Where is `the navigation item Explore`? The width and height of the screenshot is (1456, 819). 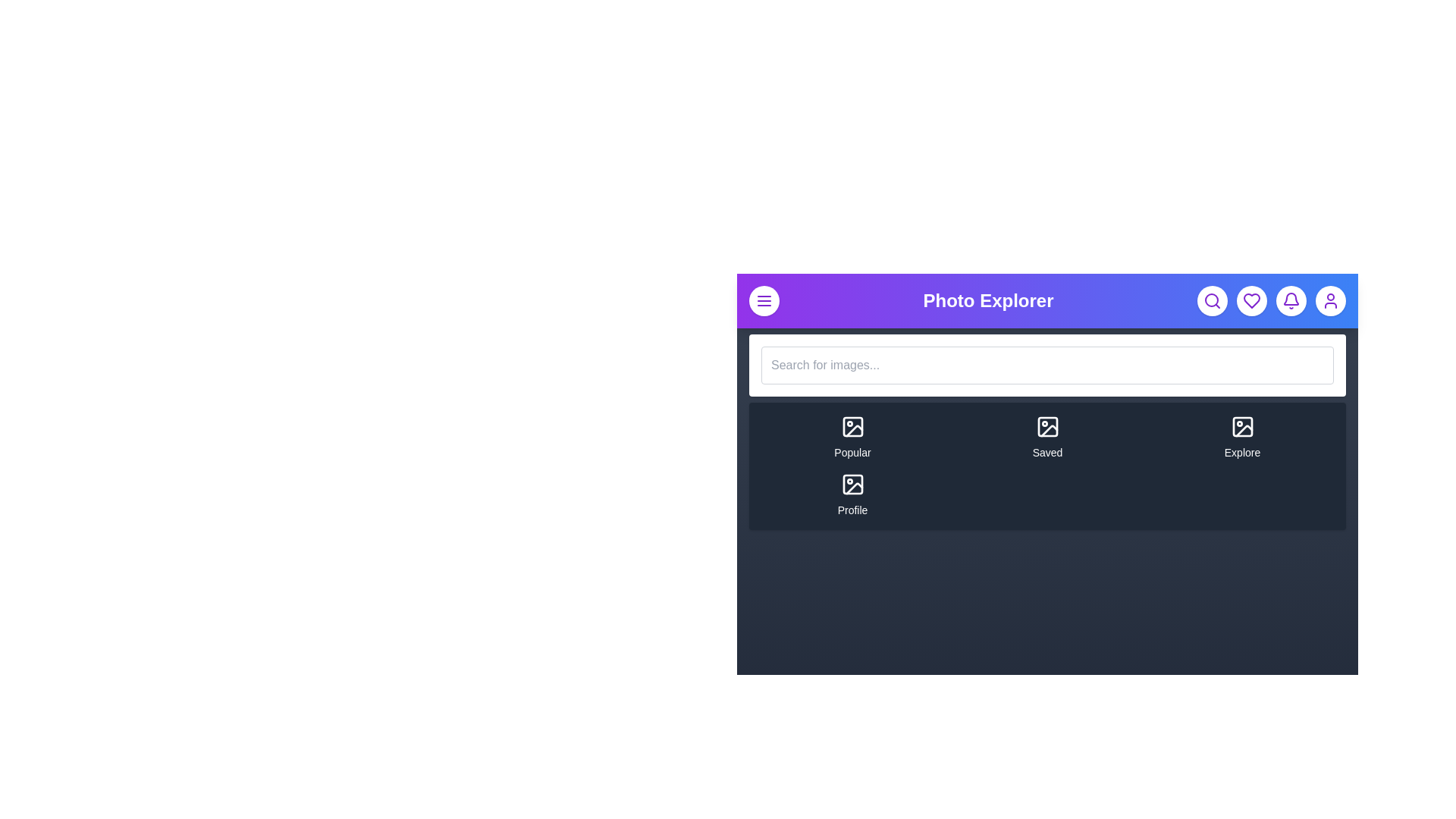
the navigation item Explore is located at coordinates (1242, 438).